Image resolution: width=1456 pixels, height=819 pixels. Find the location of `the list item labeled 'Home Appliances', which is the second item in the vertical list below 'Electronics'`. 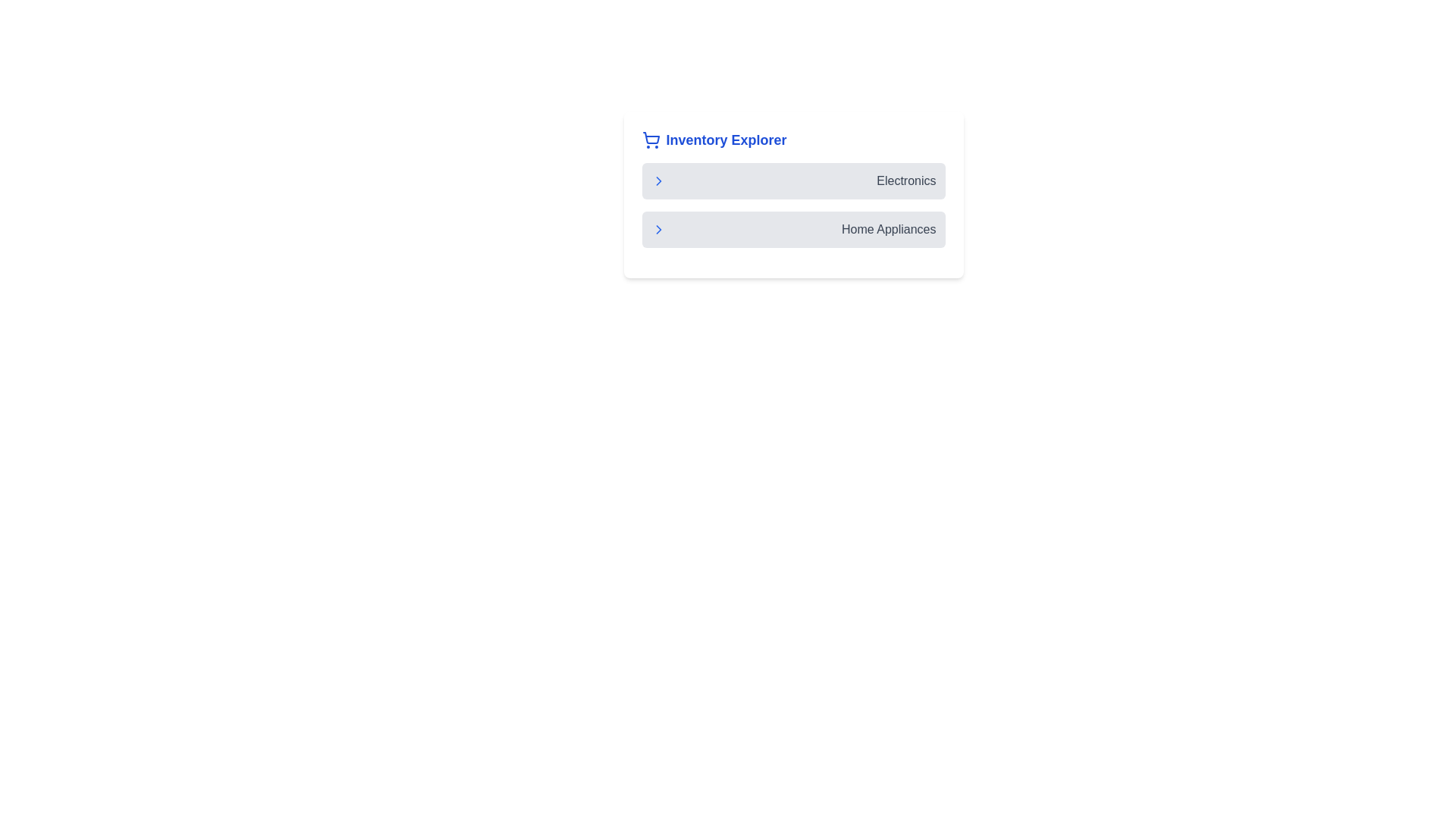

the list item labeled 'Home Appliances', which is the second item in the vertical list below 'Electronics' is located at coordinates (792, 230).